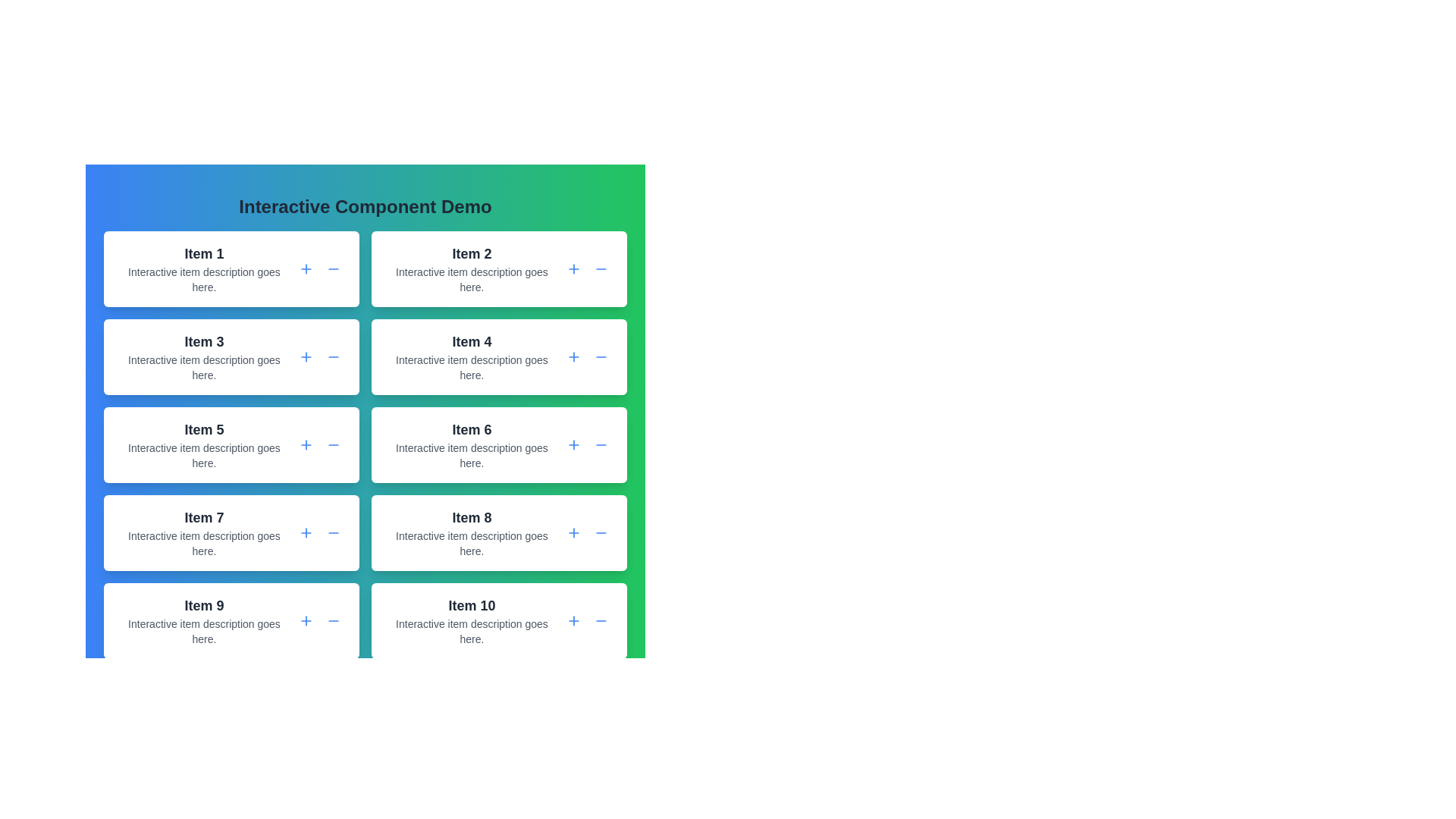 Image resolution: width=1456 pixels, height=819 pixels. I want to click on the descriptive Text block located in the bottom-right card of the grid layout, directly below the title text 'Item 10', so click(471, 632).